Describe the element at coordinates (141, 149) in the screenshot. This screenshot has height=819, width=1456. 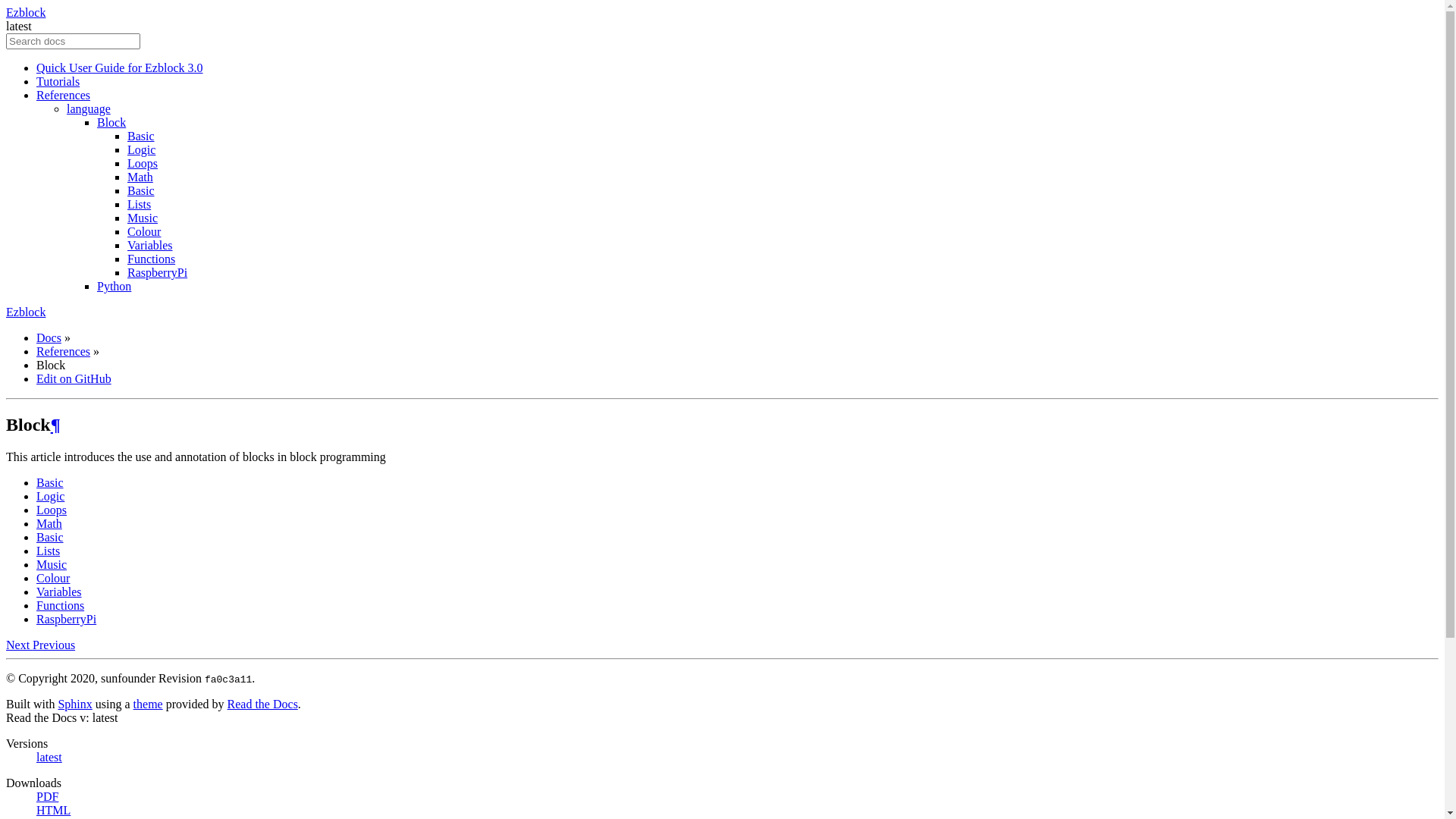
I see `'Logic'` at that location.